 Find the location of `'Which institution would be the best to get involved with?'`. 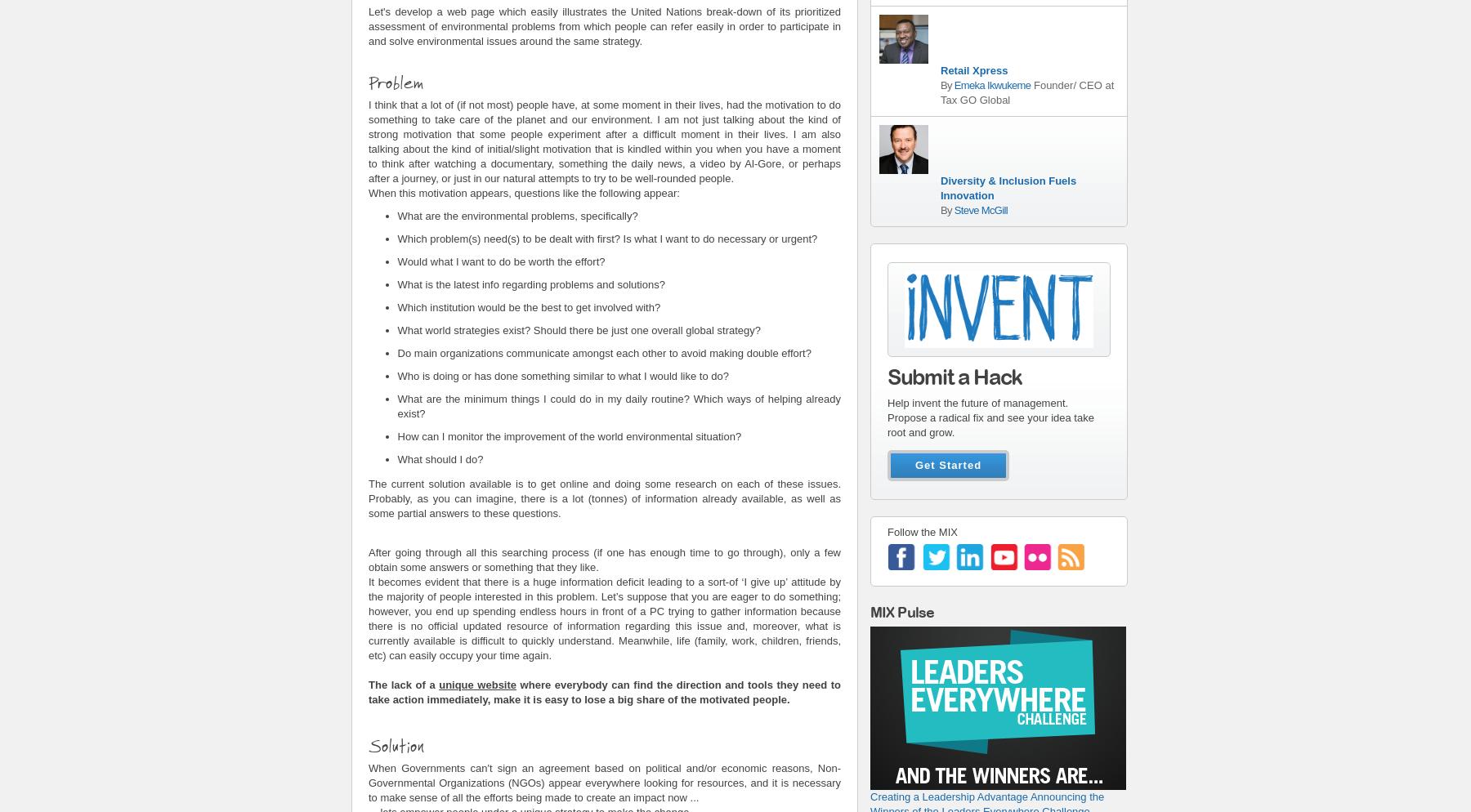

'Which institution would be the best to get involved with?' is located at coordinates (530, 306).